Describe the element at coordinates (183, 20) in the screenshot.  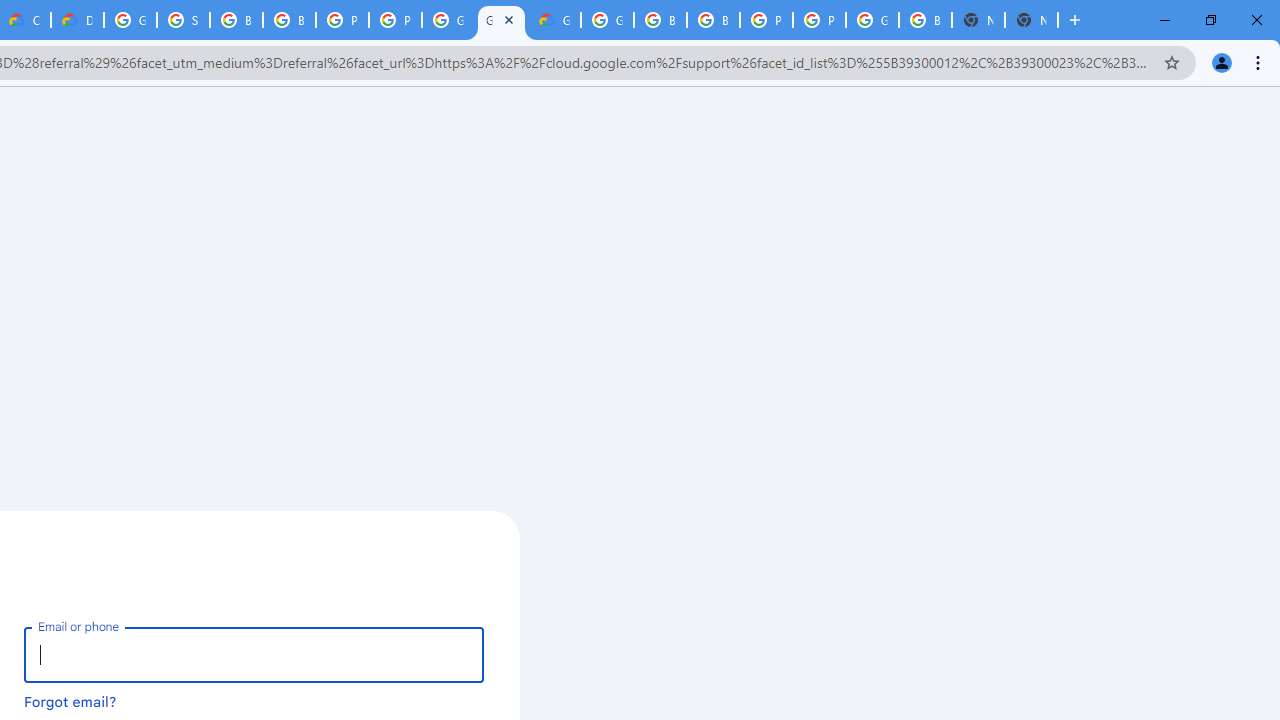
I see `'Sign in - Google Accounts'` at that location.